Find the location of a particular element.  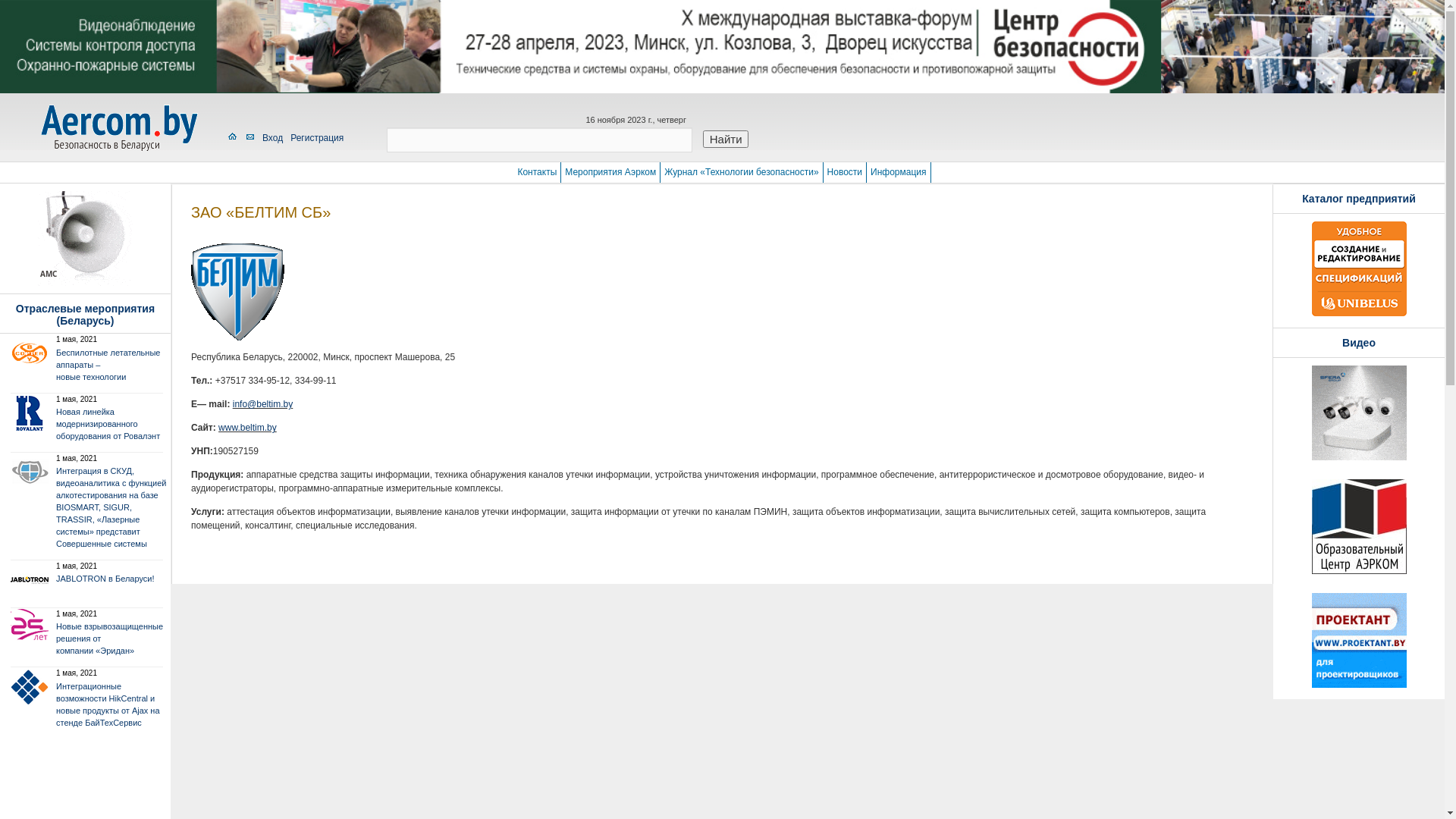

'info@beltim.by' is located at coordinates (262, 403).